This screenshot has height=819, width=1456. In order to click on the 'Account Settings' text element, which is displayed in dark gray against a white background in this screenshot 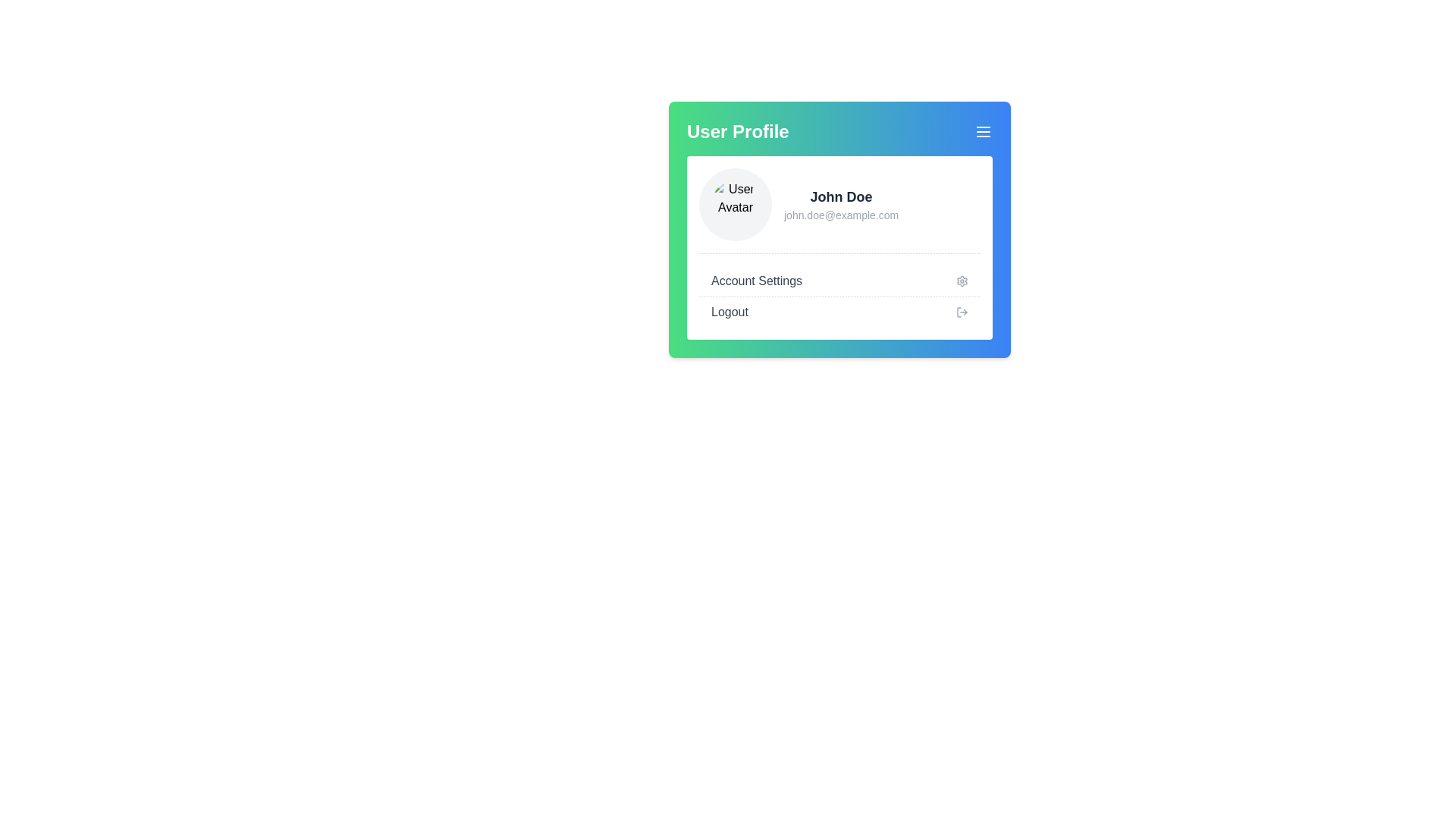, I will do `click(757, 281)`.